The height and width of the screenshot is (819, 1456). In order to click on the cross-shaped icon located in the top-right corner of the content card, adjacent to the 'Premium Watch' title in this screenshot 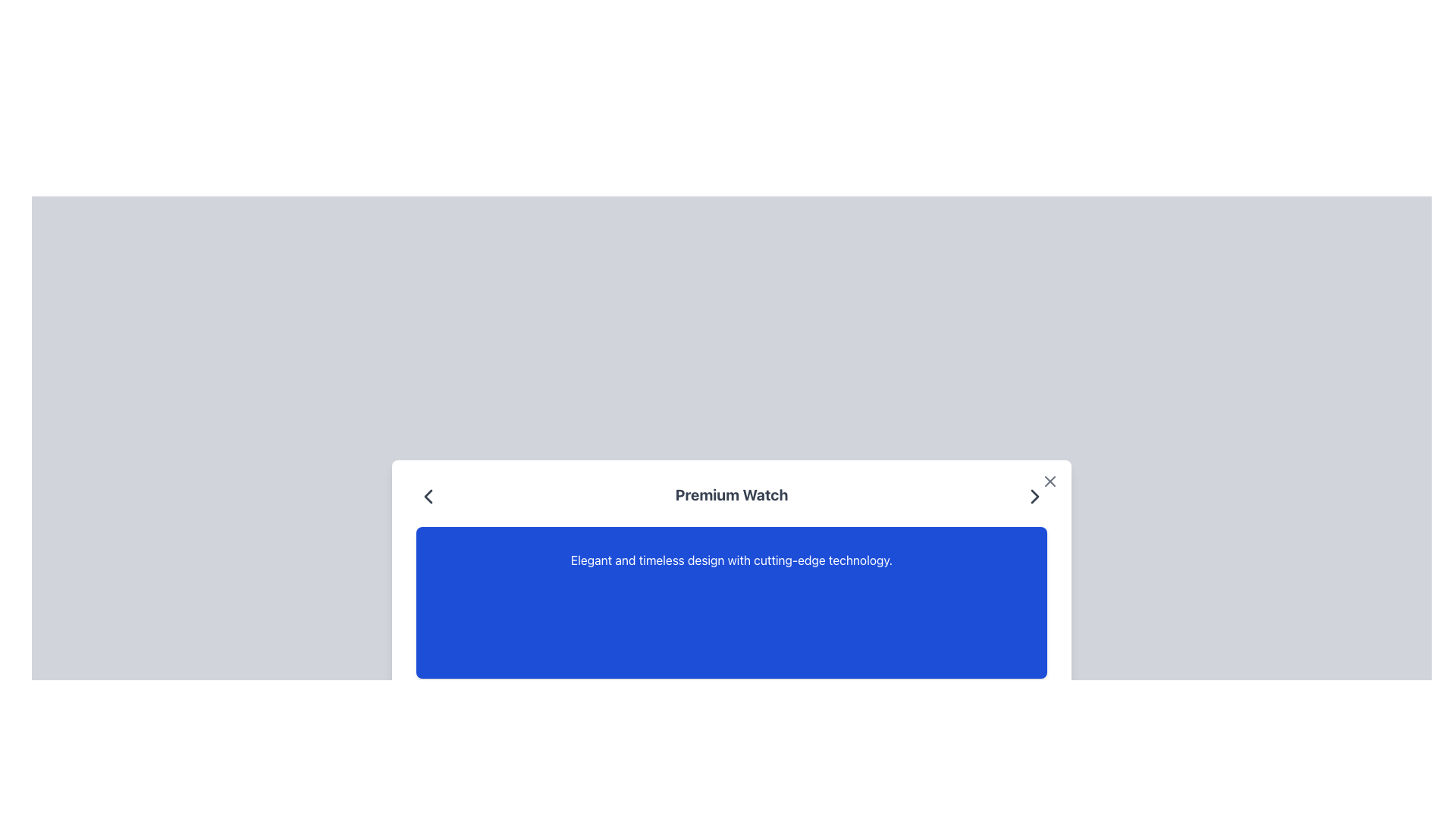, I will do `click(1050, 482)`.